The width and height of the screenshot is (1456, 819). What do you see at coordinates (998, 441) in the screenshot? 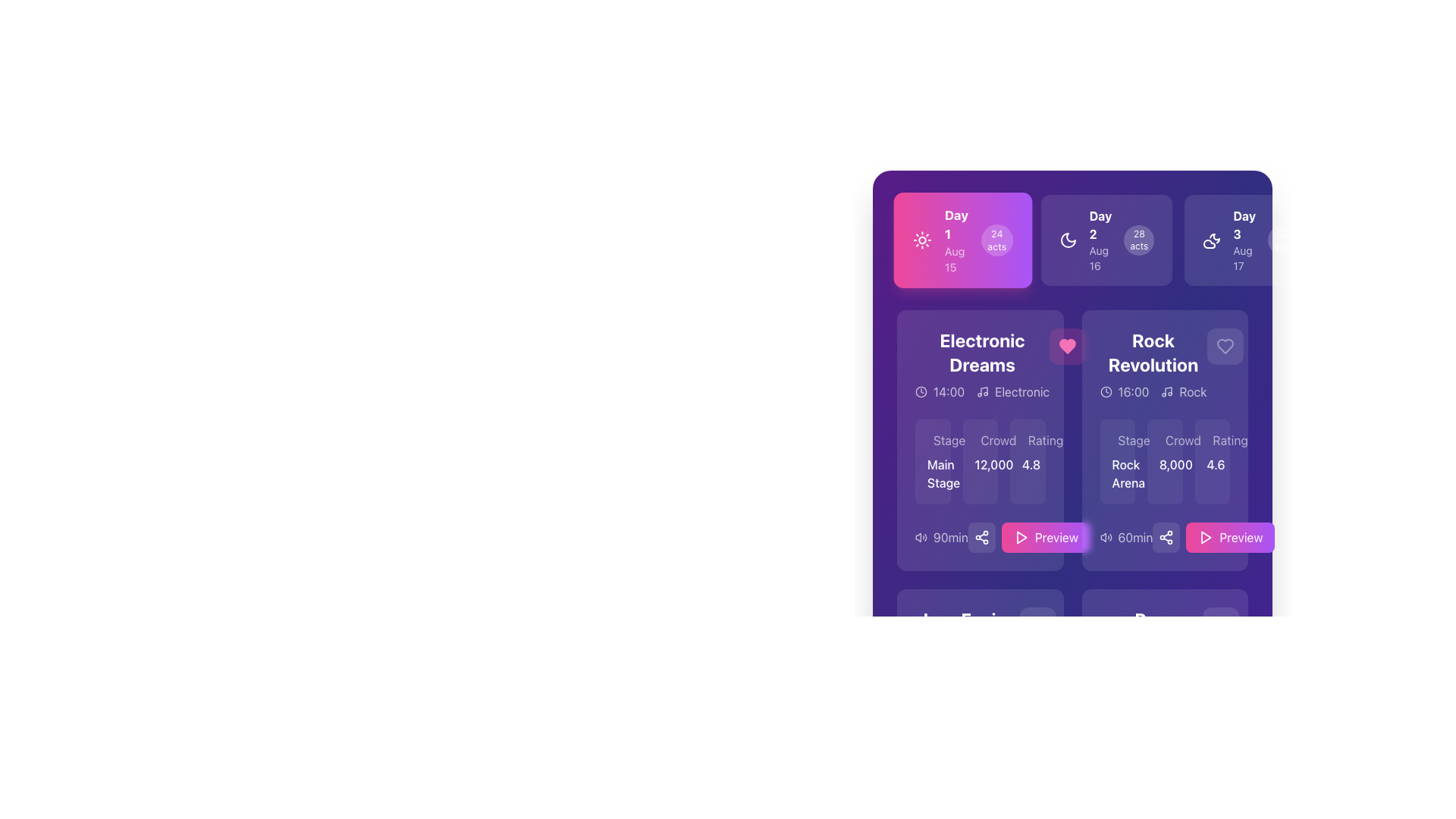
I see `the Text Label indicating the expected crowd or number of attendees in the 'Electronic Dreams' section, positioned below the 'Electronic Dreams' header and aligned with the 'Stage' and 'Rating' labels` at bounding box center [998, 441].